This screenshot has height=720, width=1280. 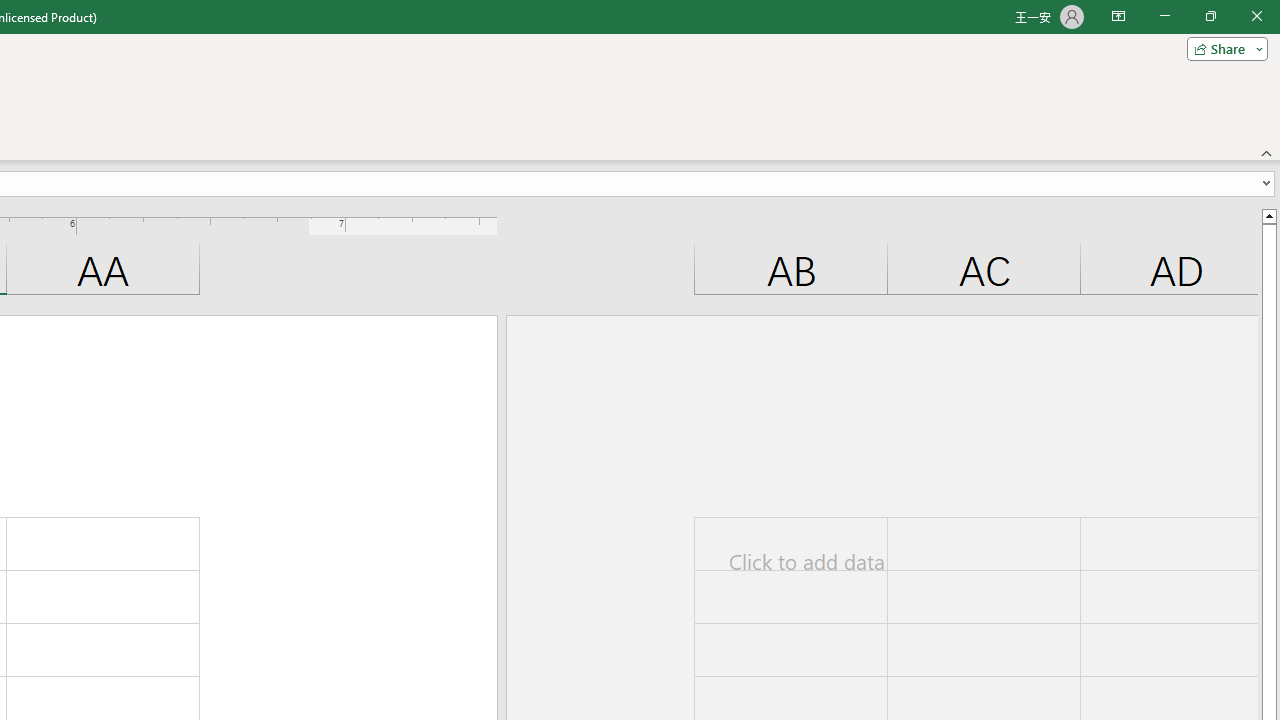 I want to click on 'Line up', so click(x=1268, y=215).